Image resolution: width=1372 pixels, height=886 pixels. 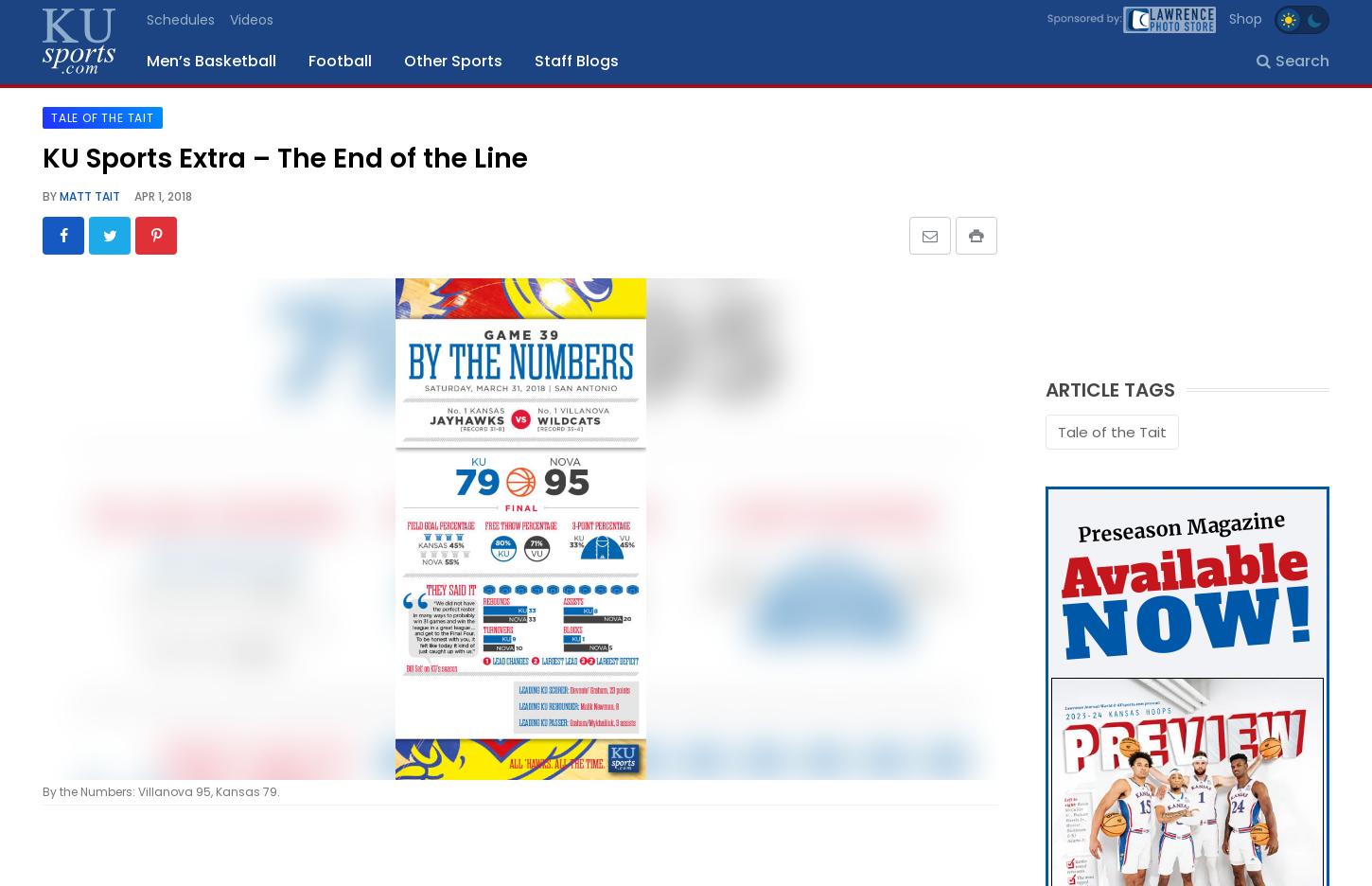 What do you see at coordinates (285, 157) in the screenshot?
I see `'KU Sports Extra – The End of the Line'` at bounding box center [285, 157].